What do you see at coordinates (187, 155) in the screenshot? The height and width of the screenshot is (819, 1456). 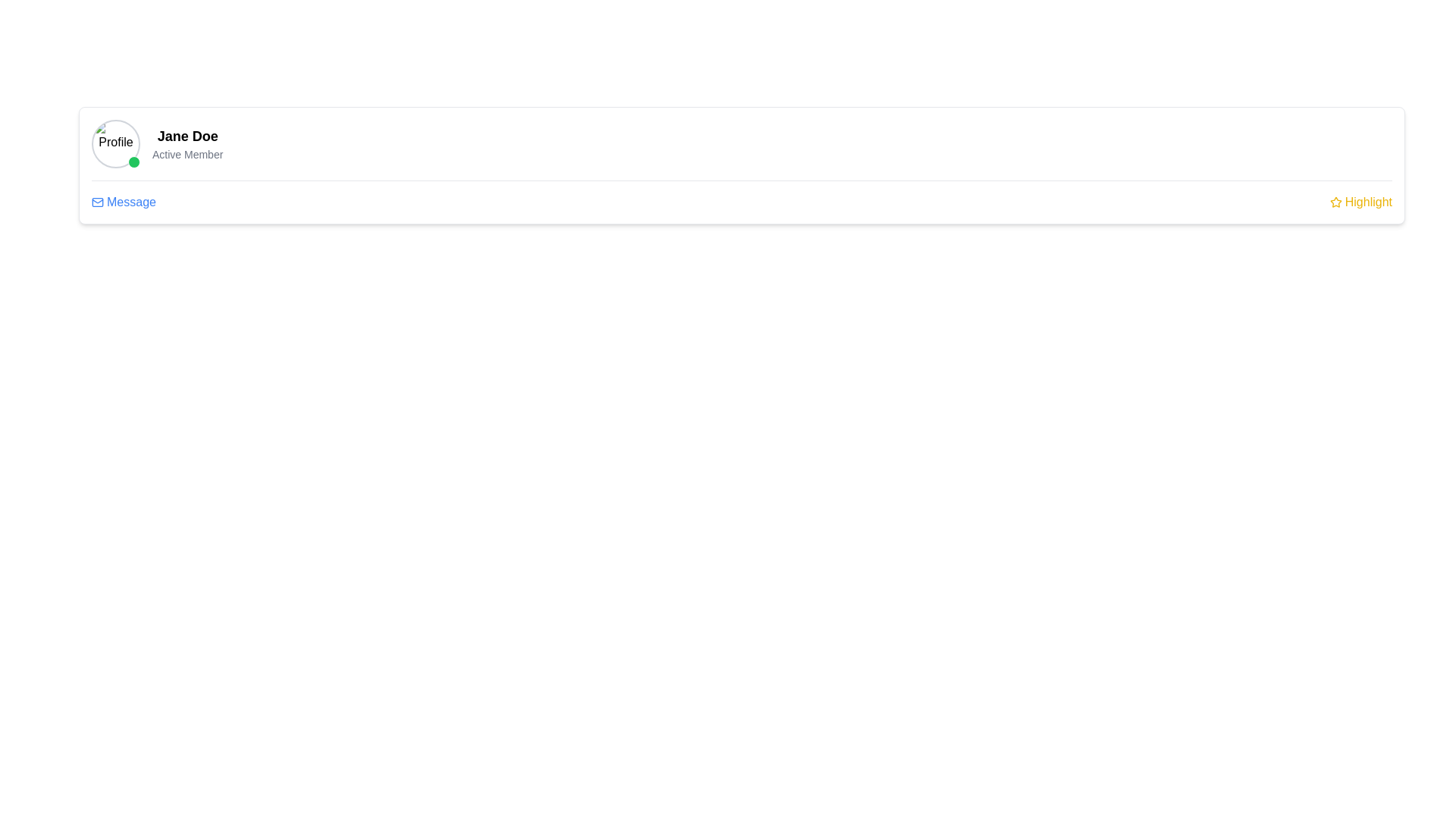 I see `text label indicating the membership status of the user, which states 'Active Member', located directly beneath 'Jane Doe' within the profile card component` at bounding box center [187, 155].